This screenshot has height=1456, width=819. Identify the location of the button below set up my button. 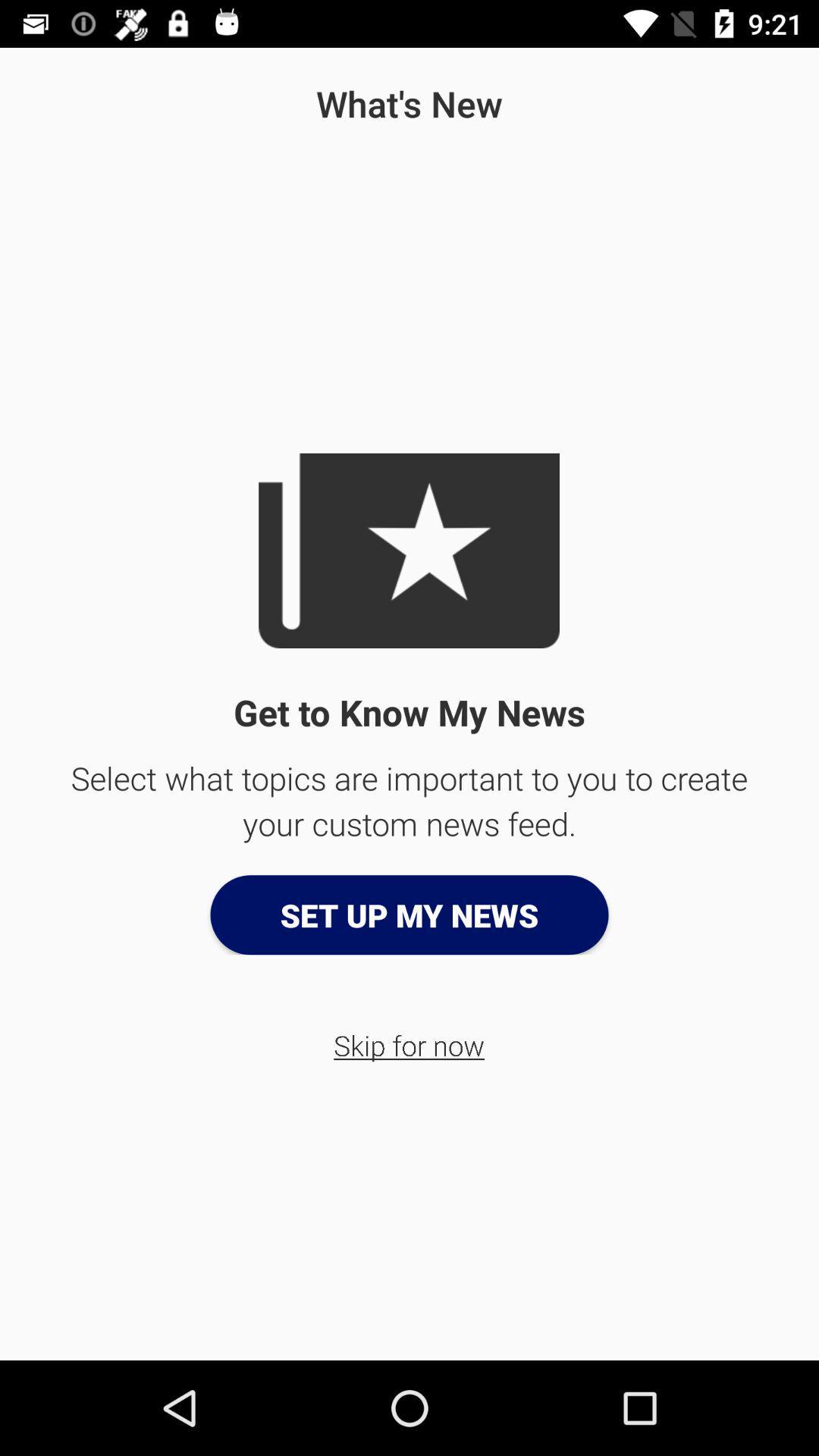
(408, 1044).